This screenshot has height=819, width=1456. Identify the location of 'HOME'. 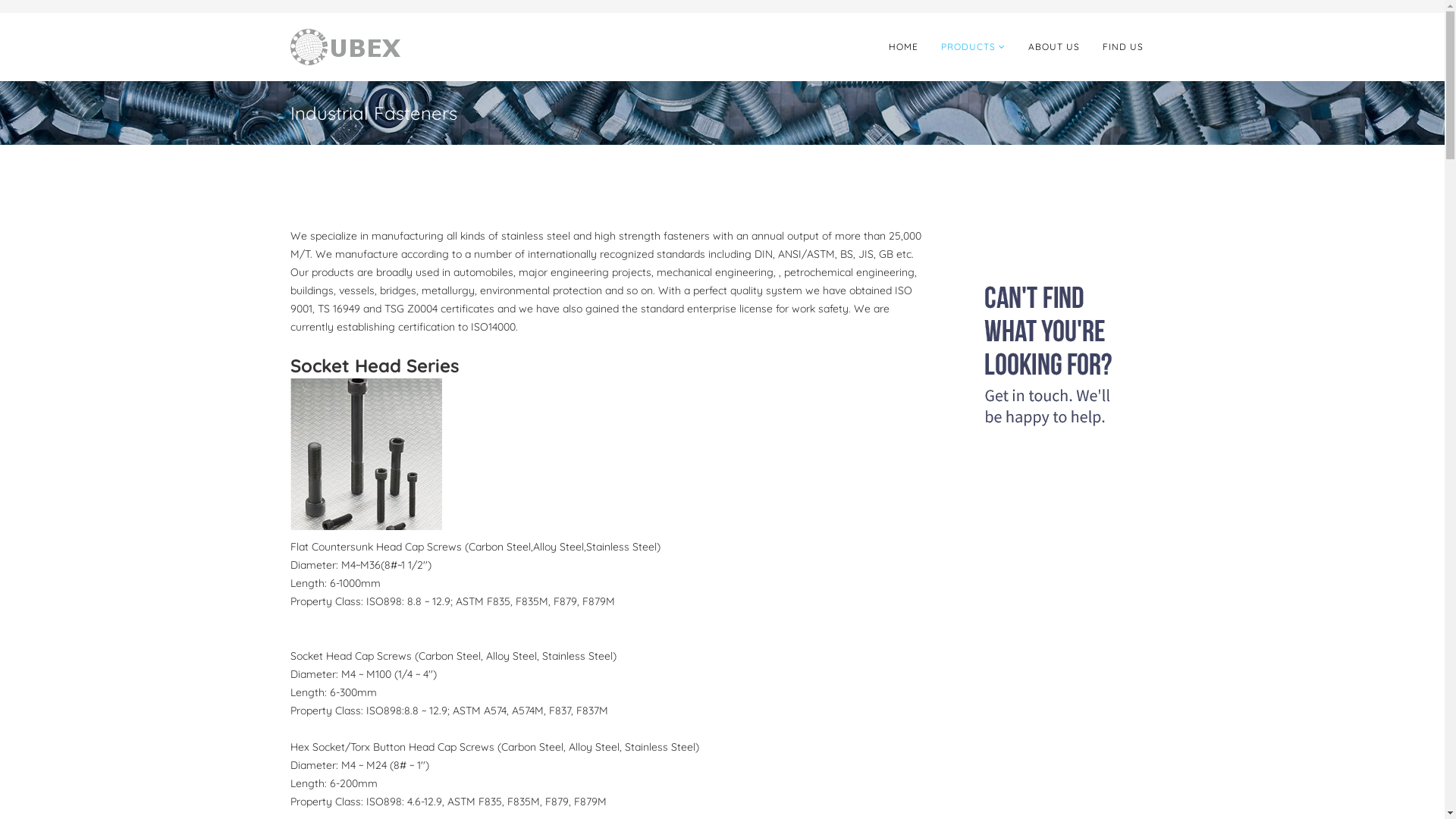
(902, 45).